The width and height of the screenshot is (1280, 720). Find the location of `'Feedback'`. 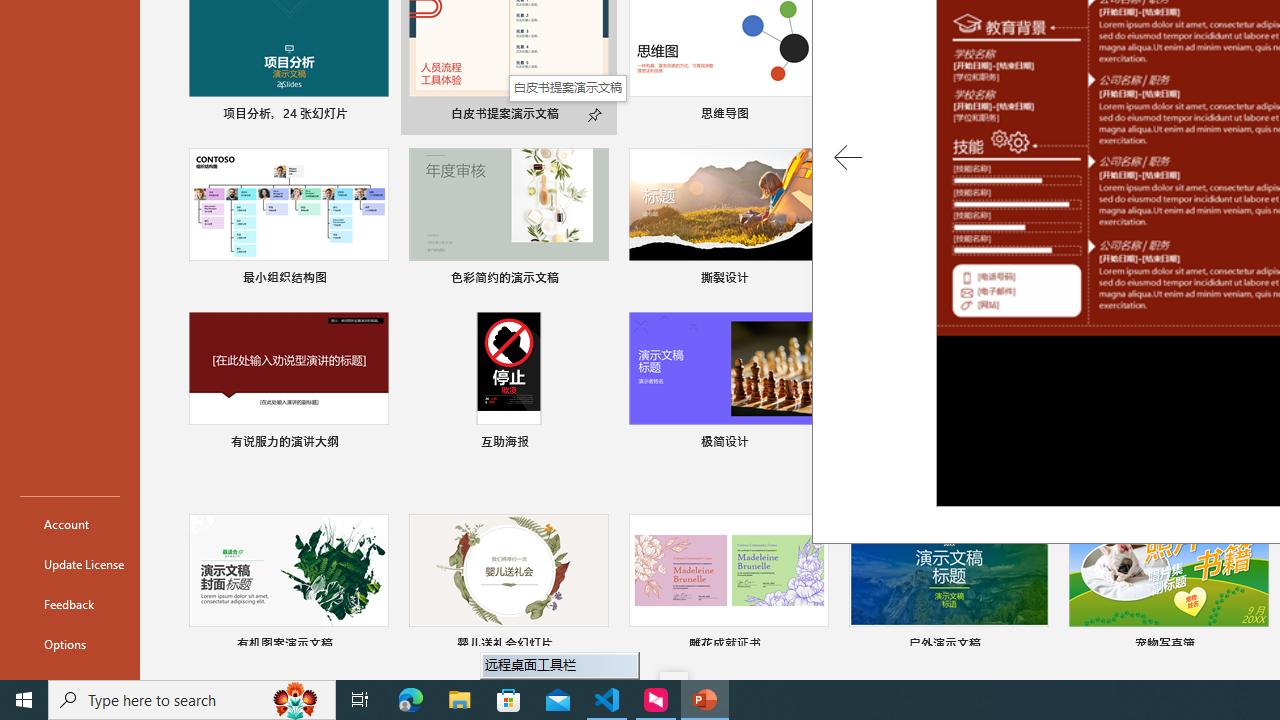

'Feedback' is located at coordinates (69, 603).